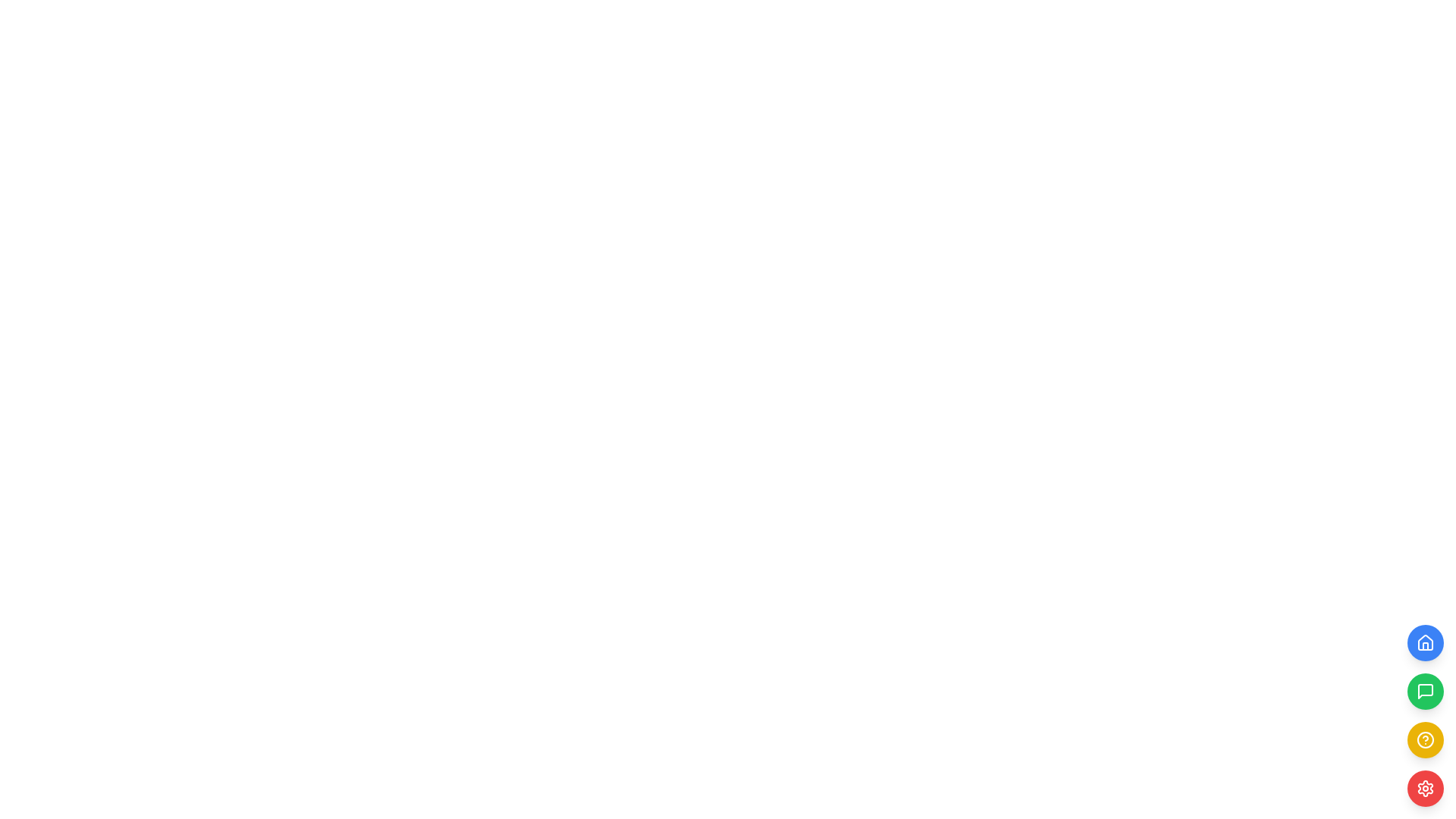 This screenshot has height=819, width=1456. What do you see at coordinates (1425, 691) in the screenshot?
I see `the green circular button with a white speech bubble icon at the bottom right corner of the interface to initiate a chat` at bounding box center [1425, 691].